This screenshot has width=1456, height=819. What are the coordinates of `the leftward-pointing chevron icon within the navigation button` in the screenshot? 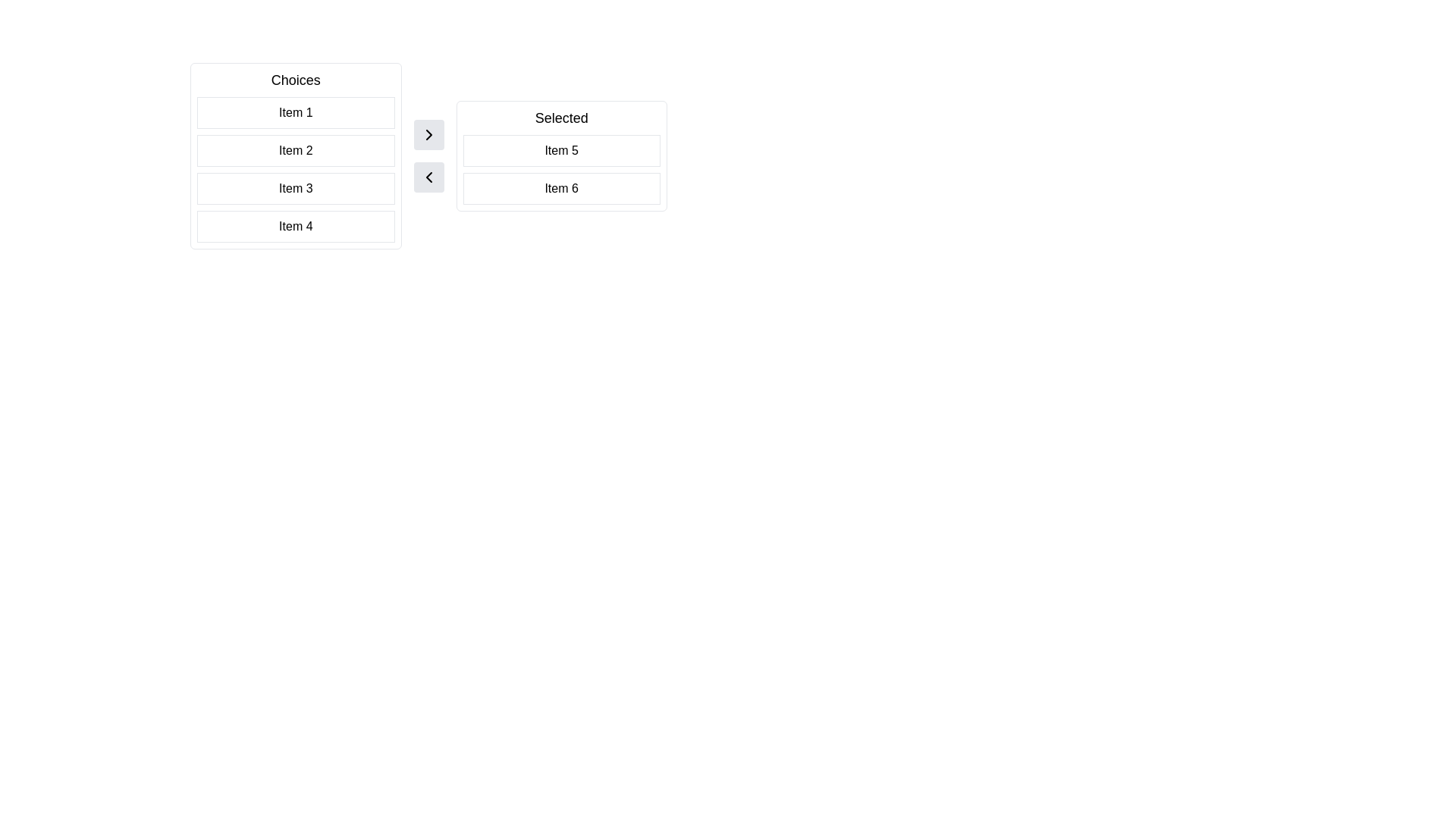 It's located at (428, 177).